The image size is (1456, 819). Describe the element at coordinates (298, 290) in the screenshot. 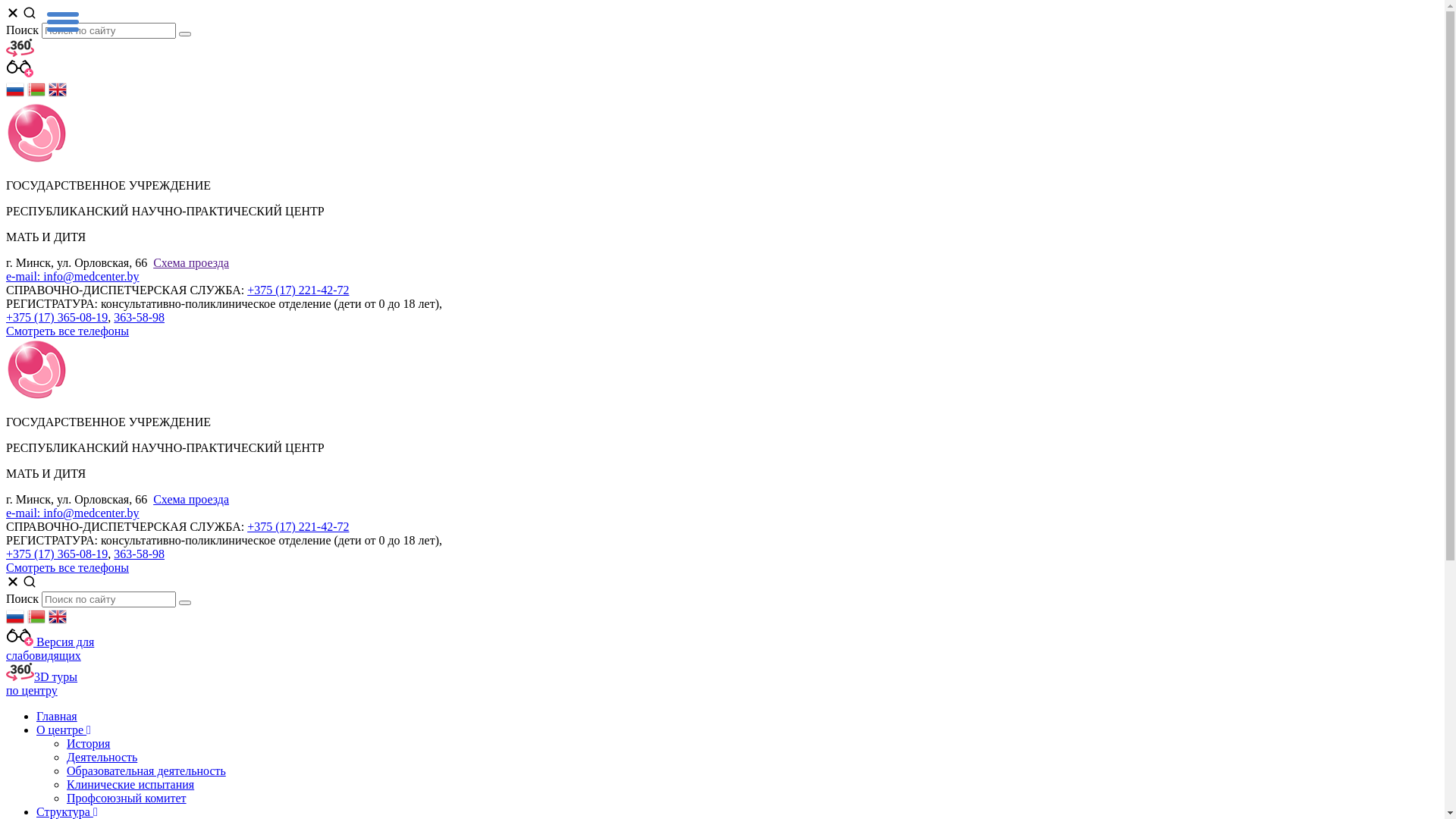

I see `'+375 (17) 221-42-72'` at that location.